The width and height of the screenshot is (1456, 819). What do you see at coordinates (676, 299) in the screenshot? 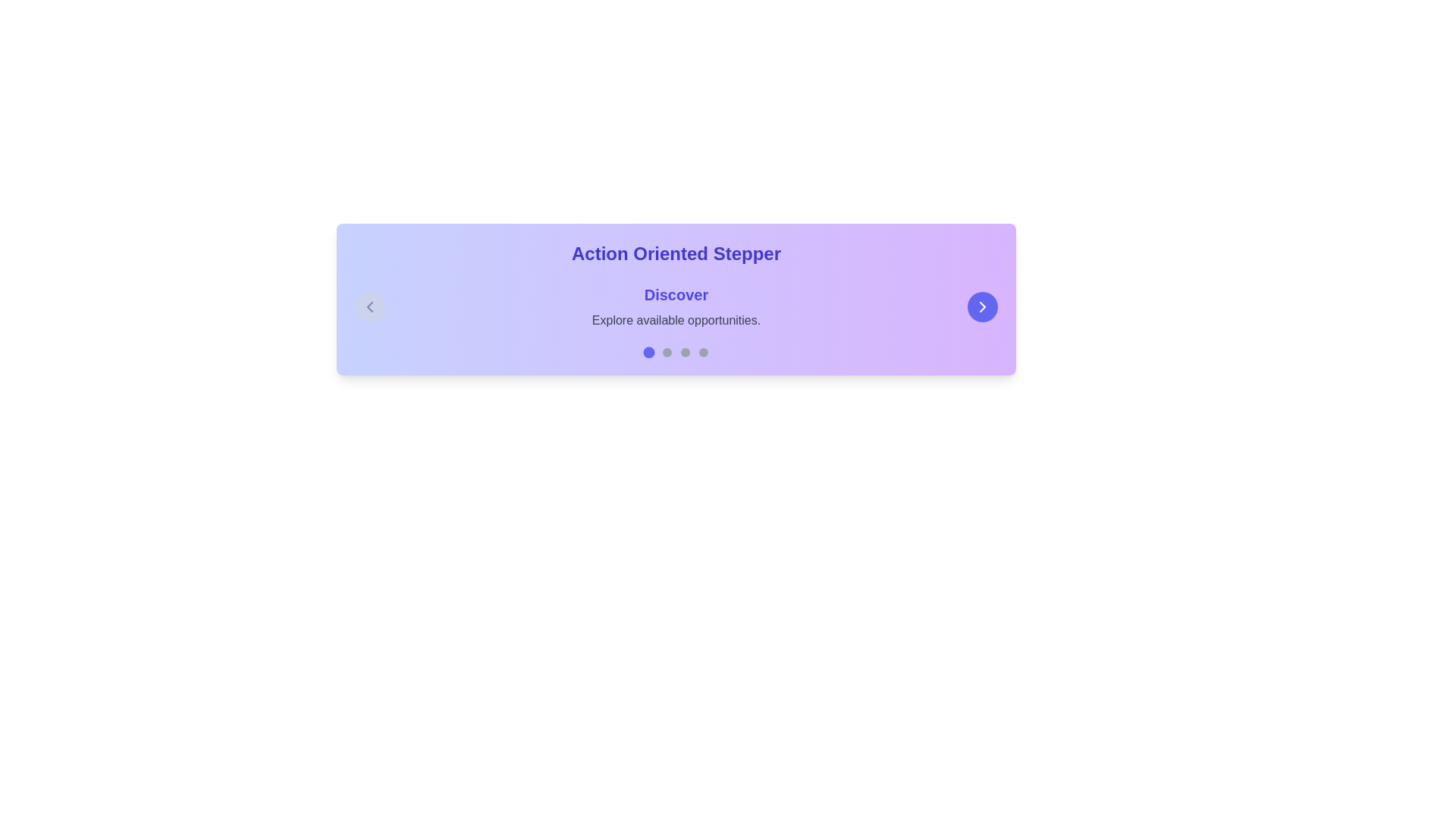
I see `the 'Action Oriented Stepper' component, which features a gradient background and contains navigation buttons on either side and step indicators below` at bounding box center [676, 299].